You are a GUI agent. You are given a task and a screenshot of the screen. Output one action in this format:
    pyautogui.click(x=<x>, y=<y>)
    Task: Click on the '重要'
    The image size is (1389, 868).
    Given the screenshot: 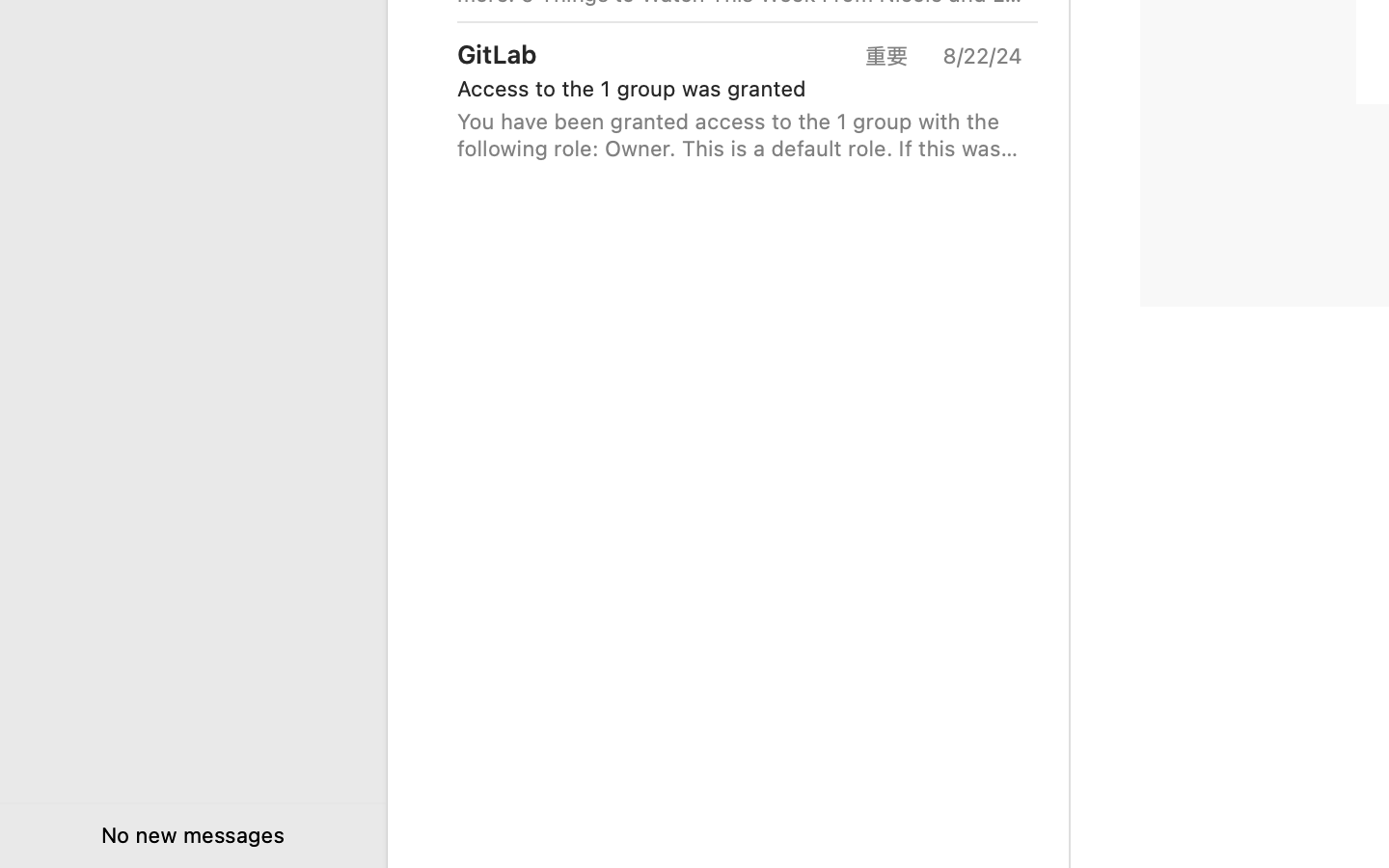 What is the action you would take?
    pyautogui.click(x=893, y=54)
    